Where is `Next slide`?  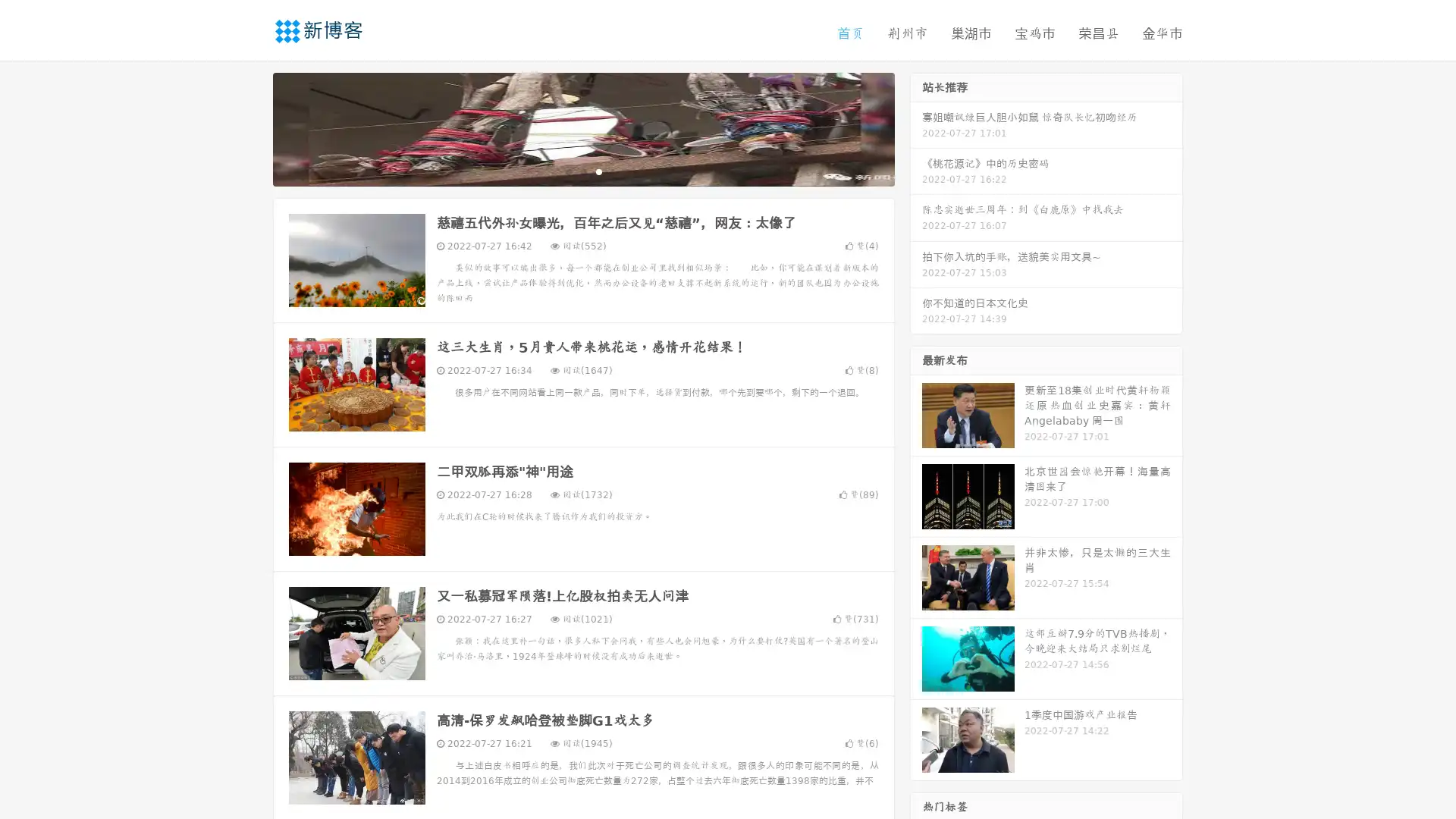 Next slide is located at coordinates (916, 127).